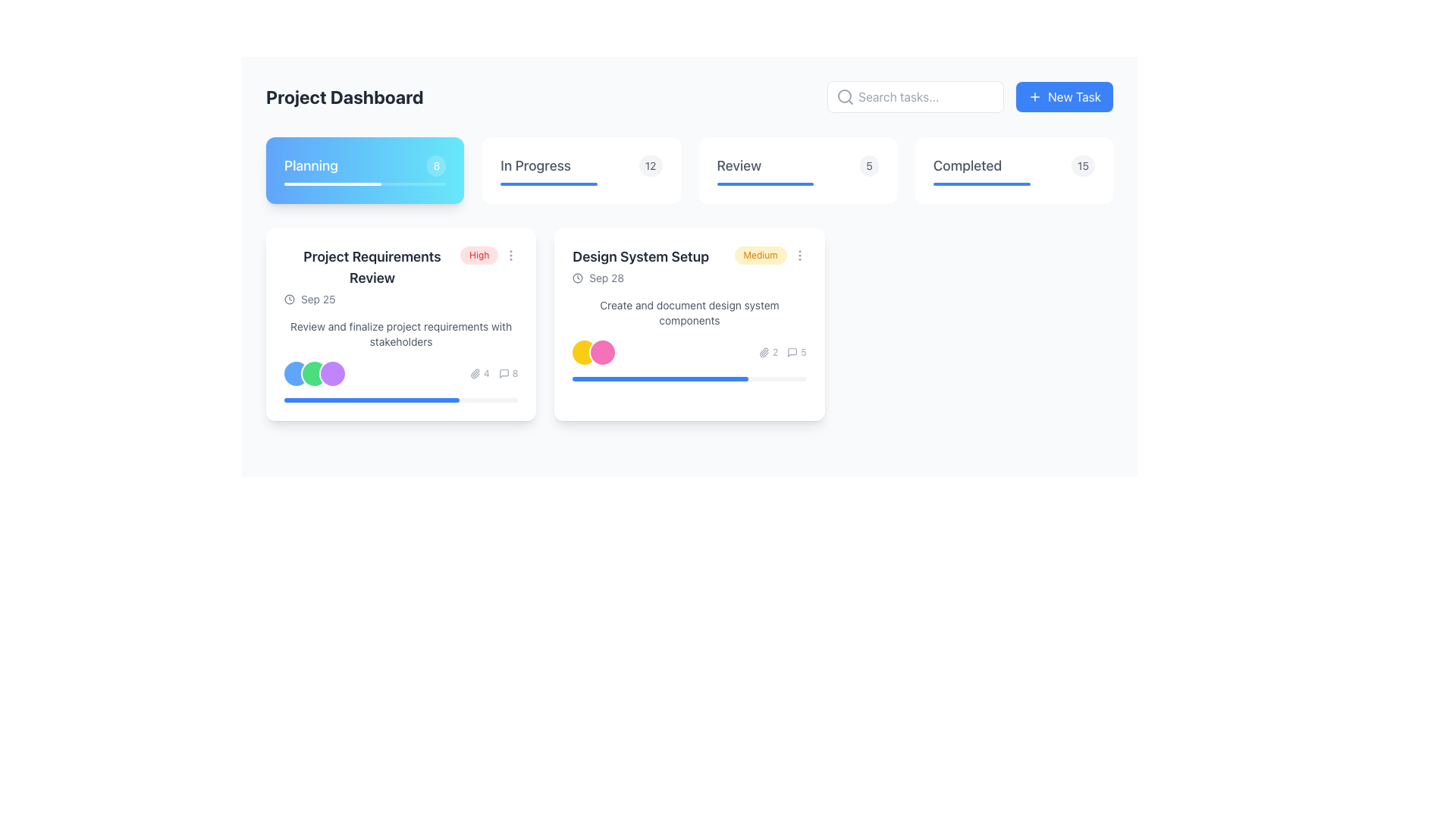  I want to click on the icon located at the bottom-right corner of the 'Project Requirements Review' card, which serves as a button for accessing comments or messages, so click(504, 374).